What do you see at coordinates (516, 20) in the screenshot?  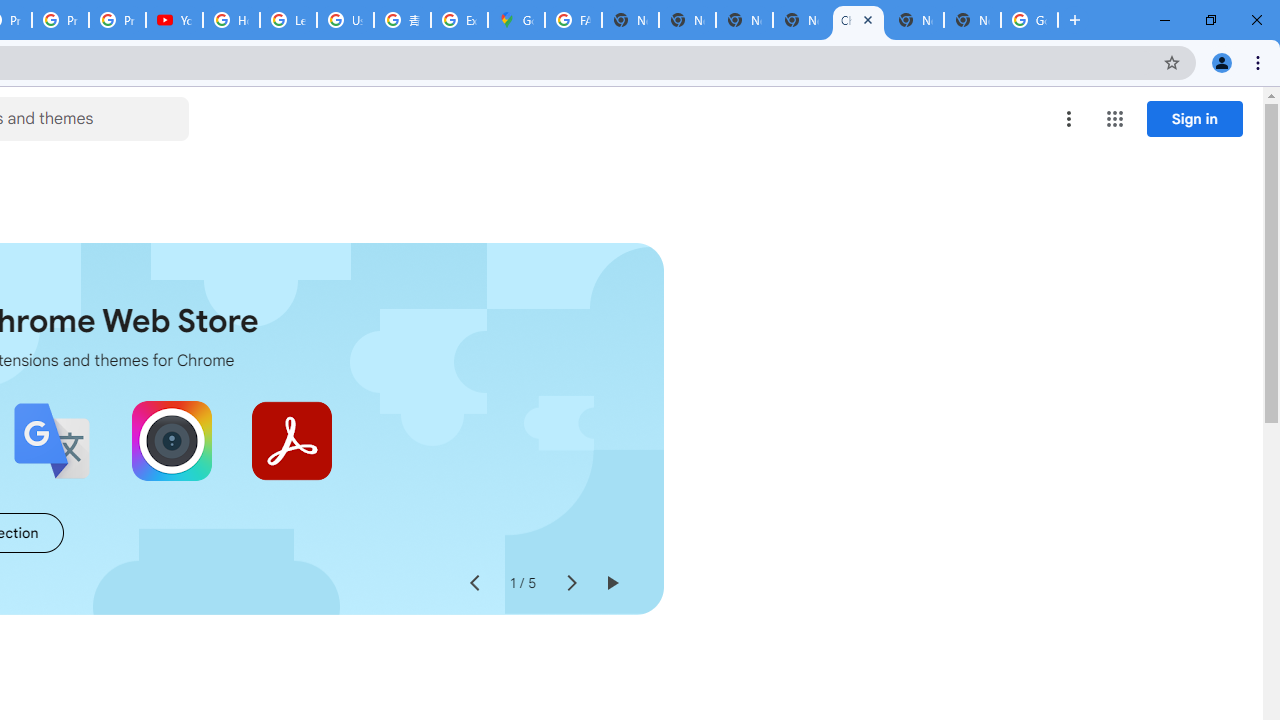 I see `'Google Maps'` at bounding box center [516, 20].